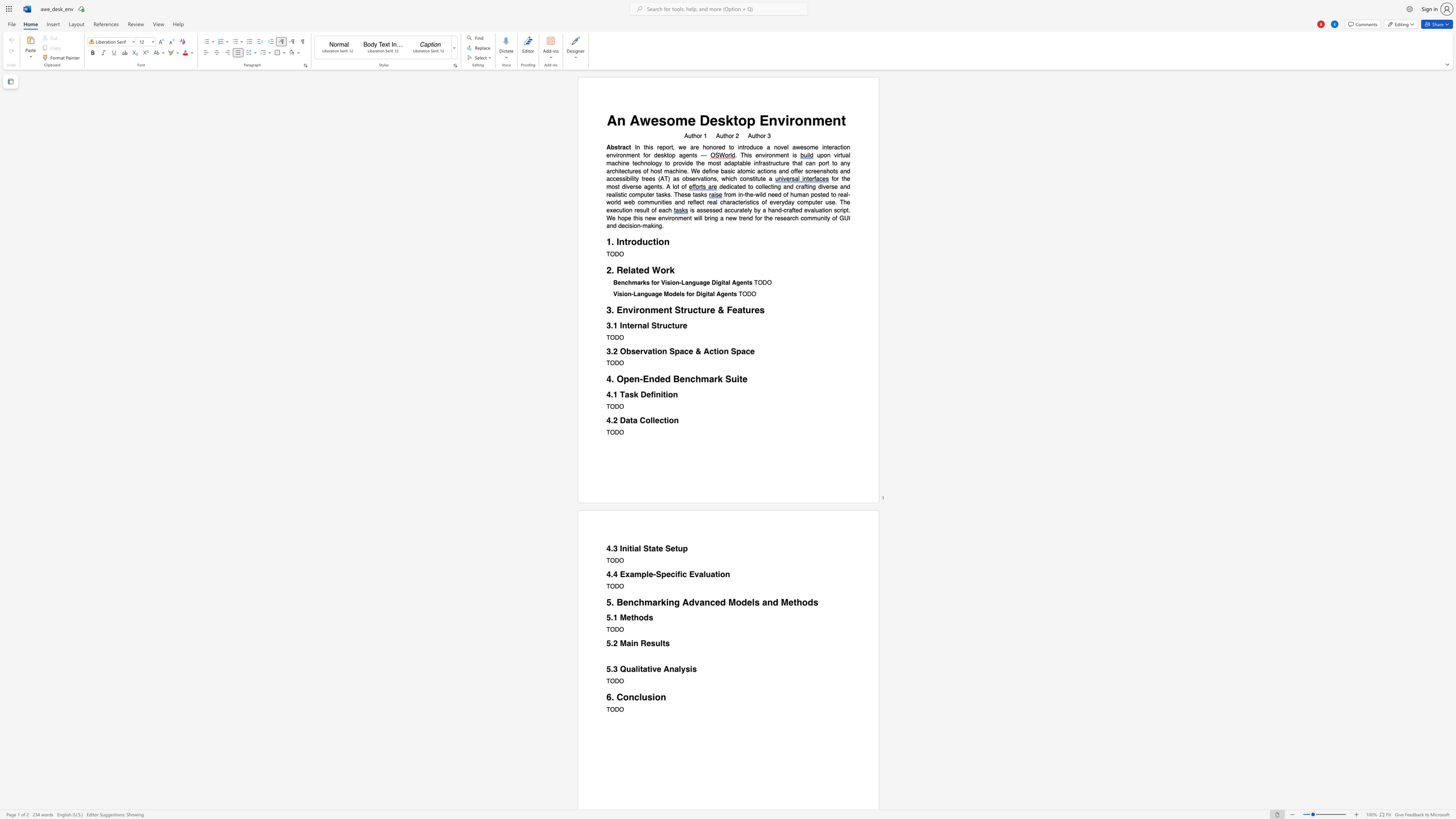  What do you see at coordinates (666, 241) in the screenshot?
I see `the 2th character "n" in the text` at bounding box center [666, 241].